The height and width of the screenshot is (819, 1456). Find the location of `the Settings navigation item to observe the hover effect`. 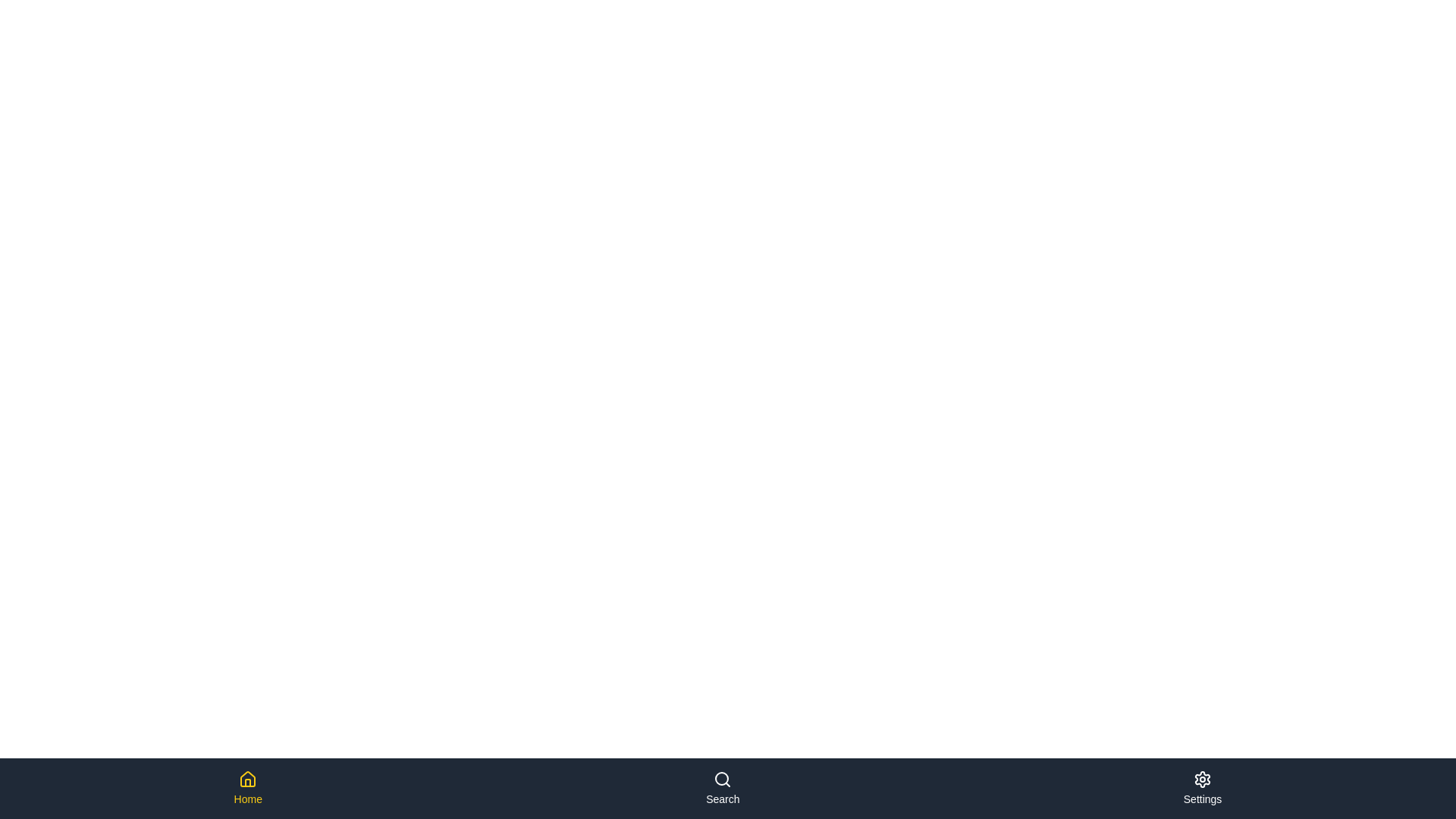

the Settings navigation item to observe the hover effect is located at coordinates (1201, 788).